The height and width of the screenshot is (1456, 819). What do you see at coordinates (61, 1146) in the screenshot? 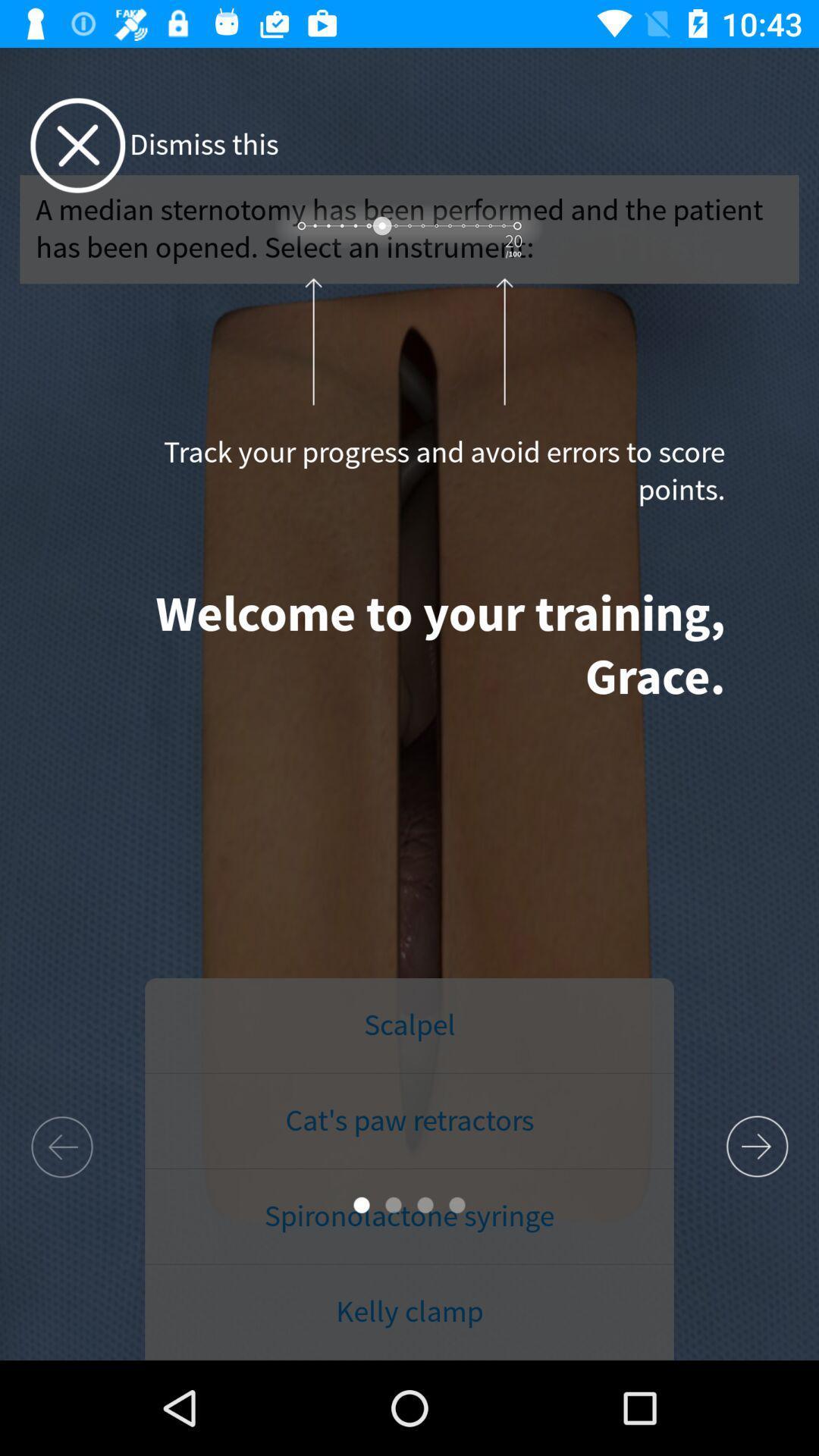
I see `the arrow_backward icon` at bounding box center [61, 1146].